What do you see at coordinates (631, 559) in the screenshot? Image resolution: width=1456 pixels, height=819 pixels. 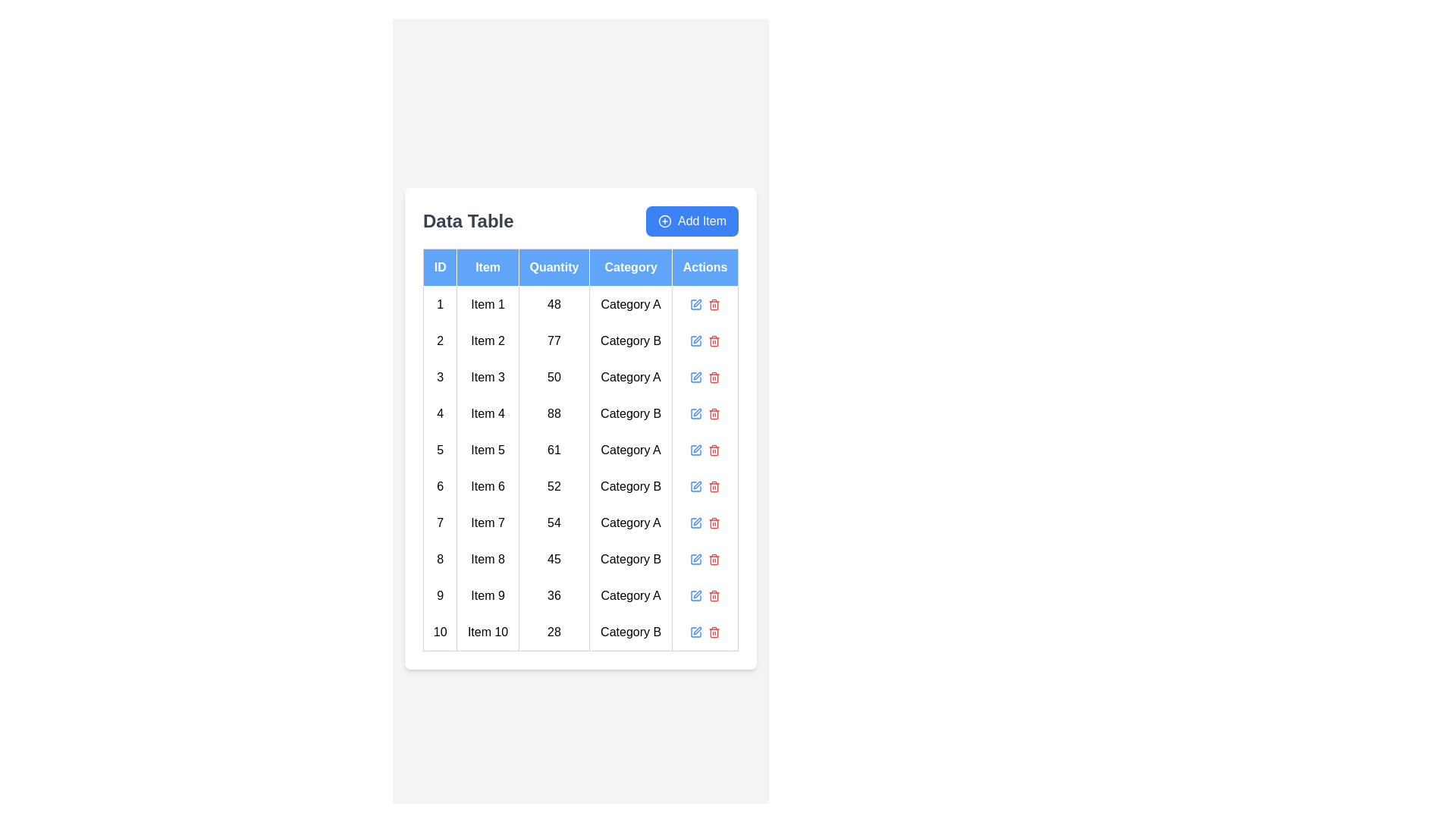 I see `the static text label displaying 'Category B' located in the 8th row of the table, which is horizontally centered within its bordered cell` at bounding box center [631, 559].